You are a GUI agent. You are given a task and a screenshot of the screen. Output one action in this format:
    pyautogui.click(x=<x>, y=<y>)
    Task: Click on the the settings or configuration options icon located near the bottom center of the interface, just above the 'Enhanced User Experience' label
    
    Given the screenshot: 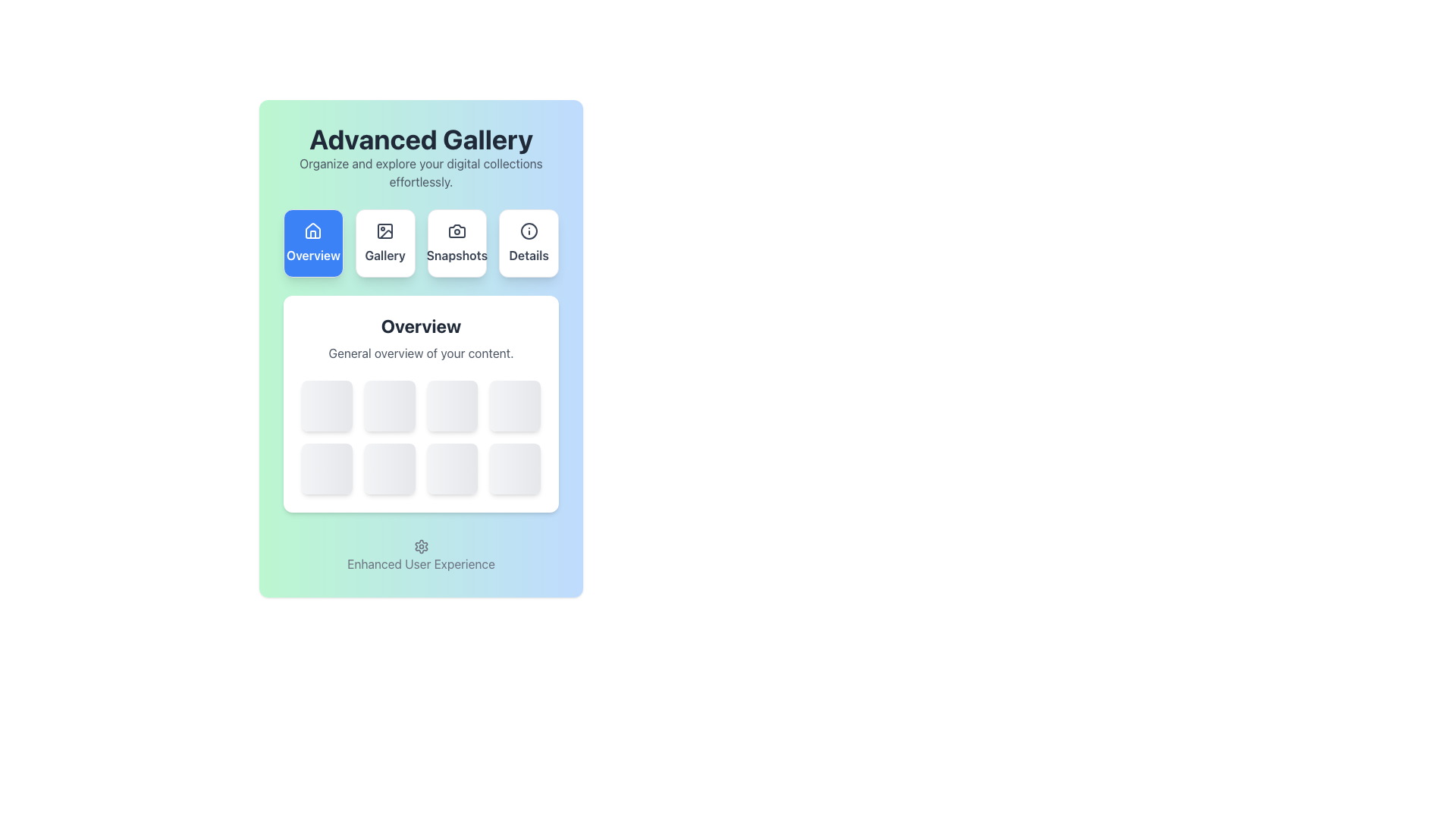 What is the action you would take?
    pyautogui.click(x=421, y=547)
    